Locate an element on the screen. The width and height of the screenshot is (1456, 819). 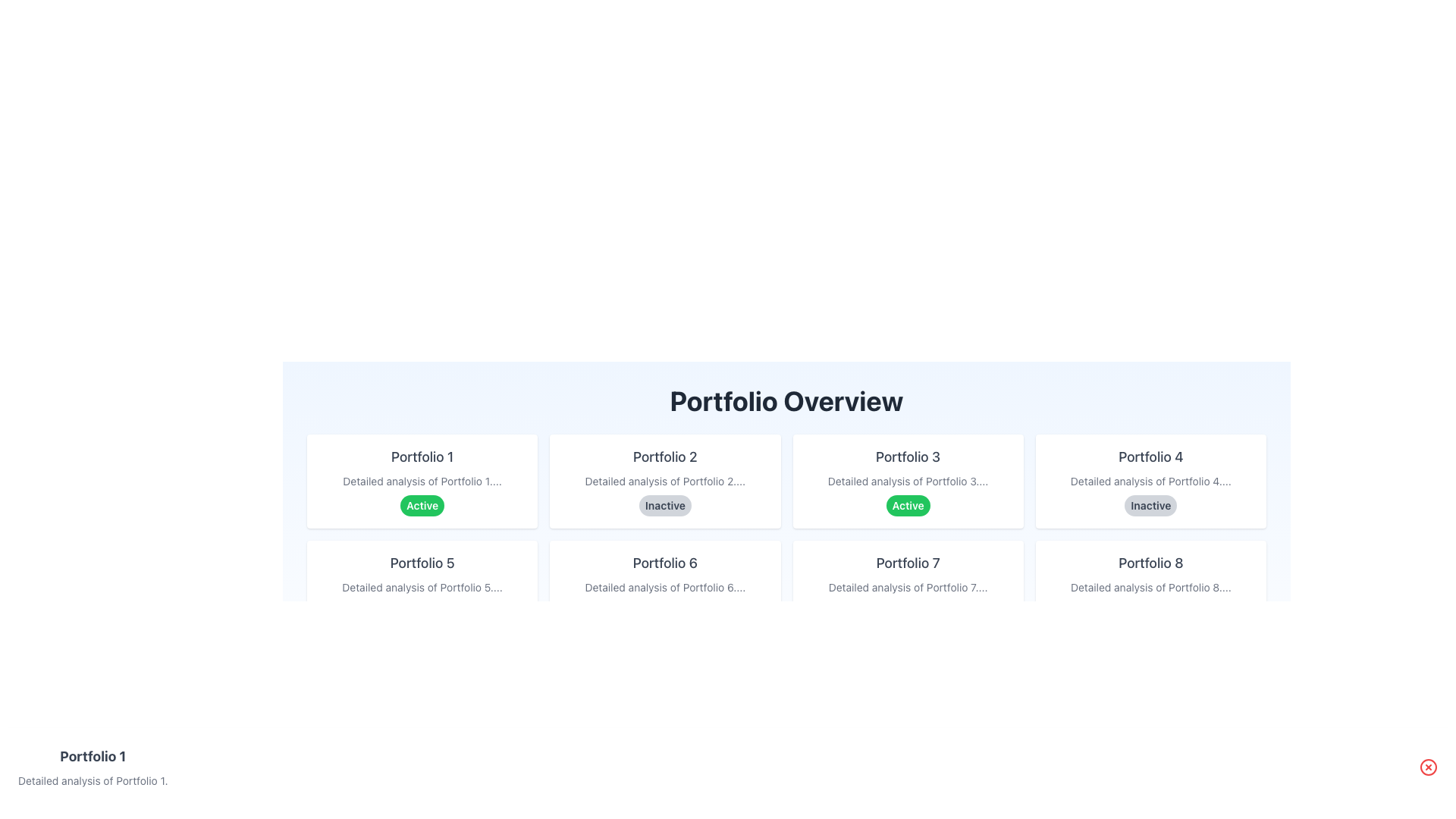
the red circular button with a white 'X' icon located at the top-right corner of the 'Portfolio 1' section is located at coordinates (1427, 767).